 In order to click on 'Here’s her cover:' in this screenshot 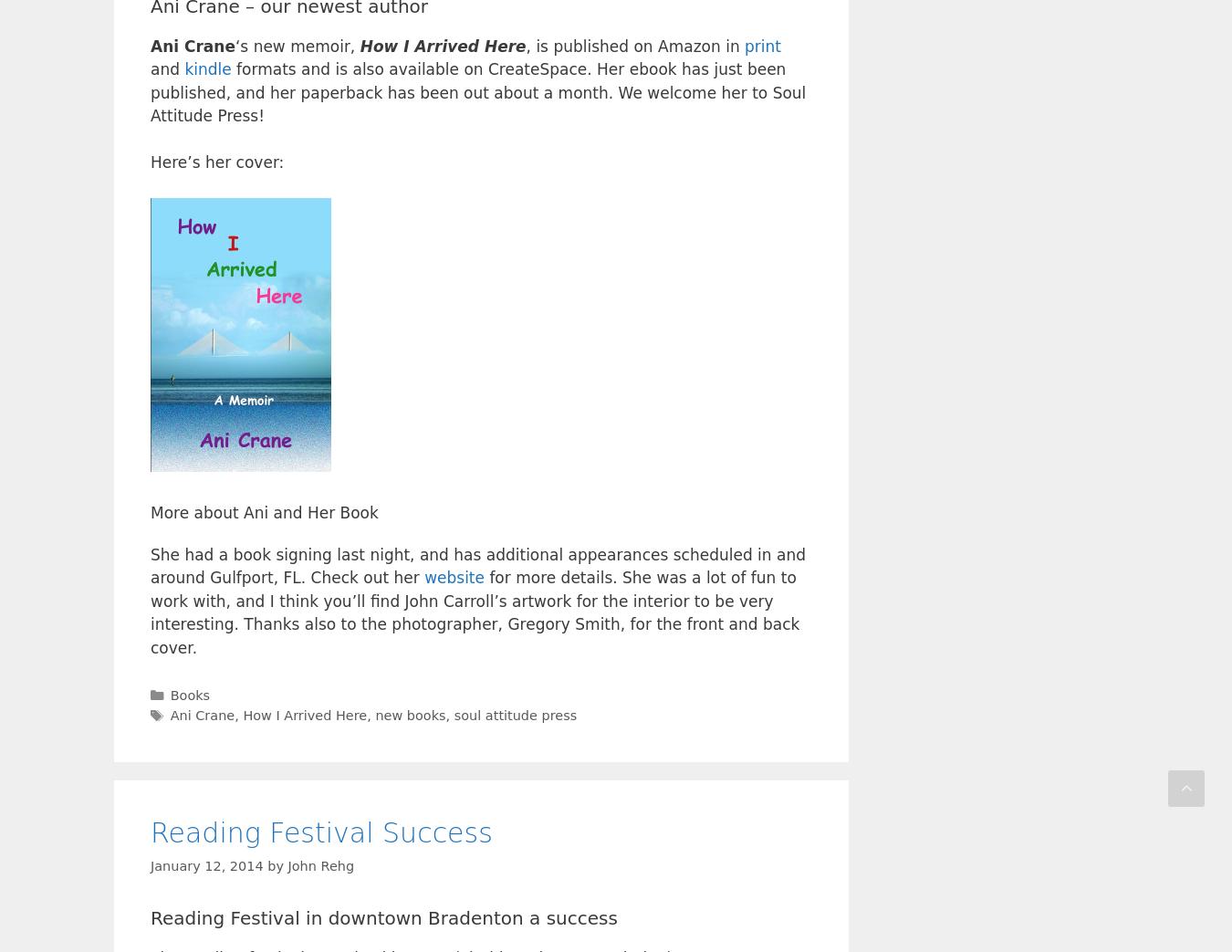, I will do `click(216, 162)`.